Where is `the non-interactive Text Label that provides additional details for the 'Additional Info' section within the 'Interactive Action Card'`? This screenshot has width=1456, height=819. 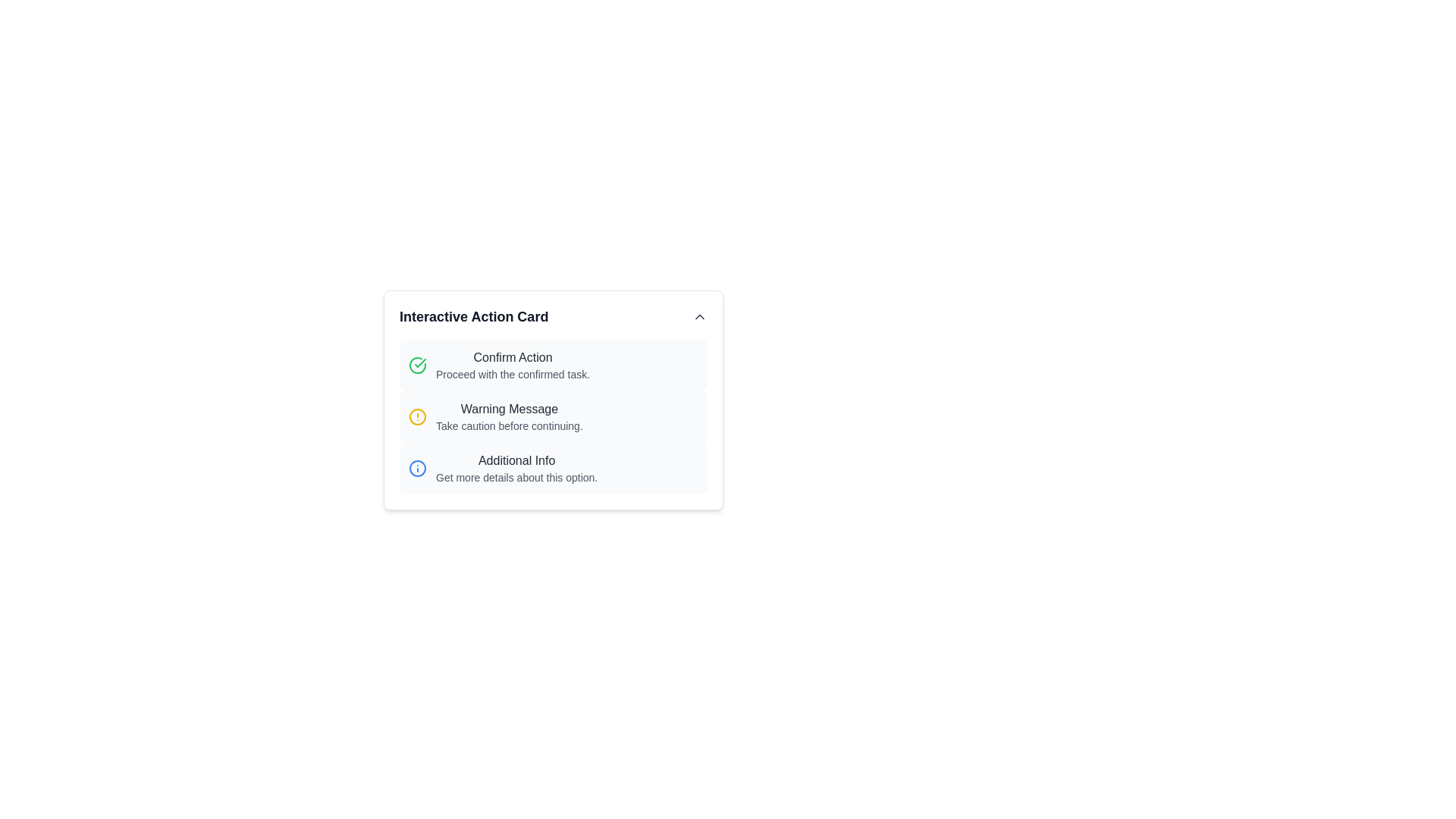 the non-interactive Text Label that provides additional details for the 'Additional Info' section within the 'Interactive Action Card' is located at coordinates (516, 476).